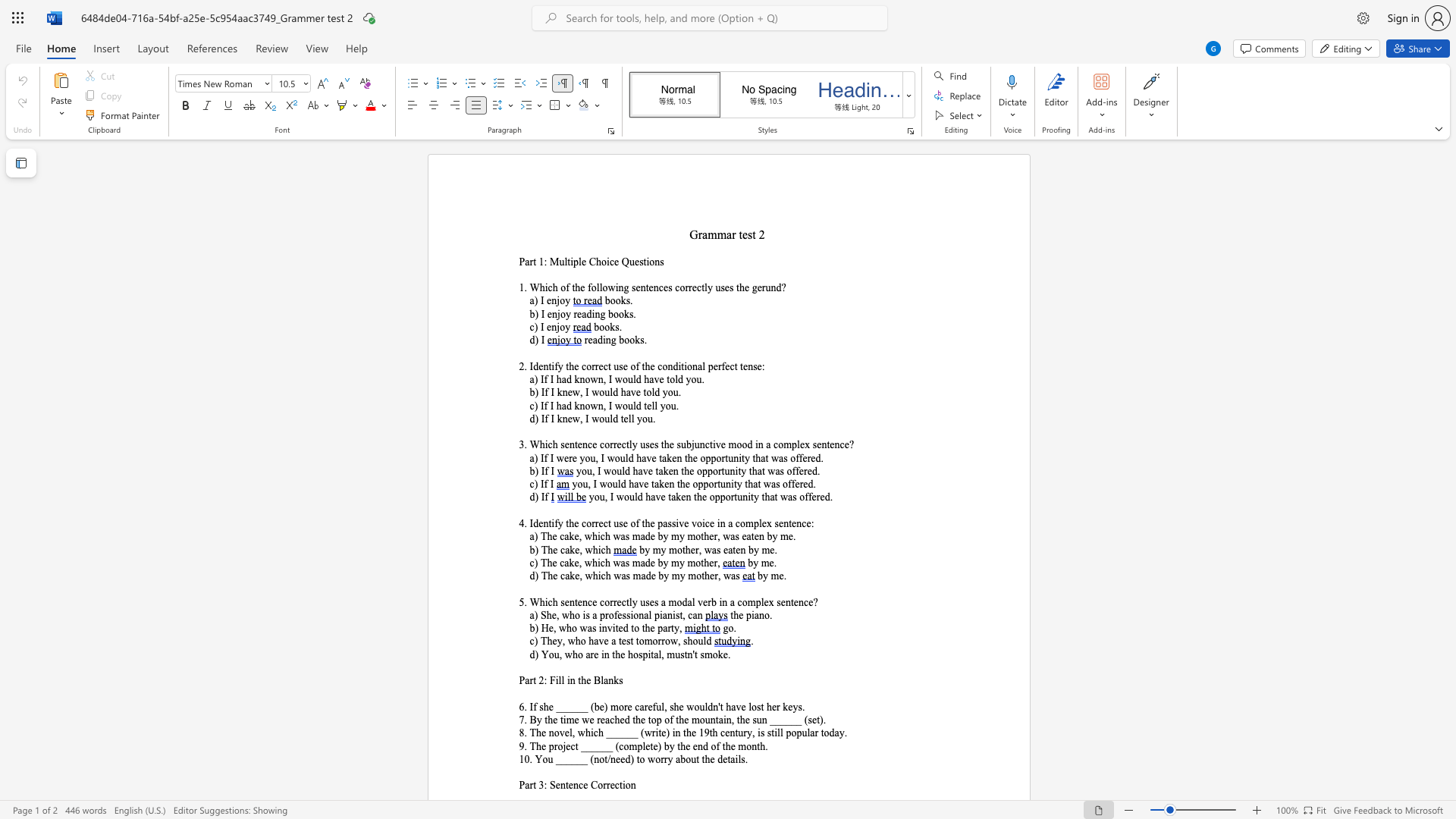 The image size is (1456, 819). What do you see at coordinates (635, 522) in the screenshot?
I see `the space between the continuous character "o" and "f" in the text` at bounding box center [635, 522].